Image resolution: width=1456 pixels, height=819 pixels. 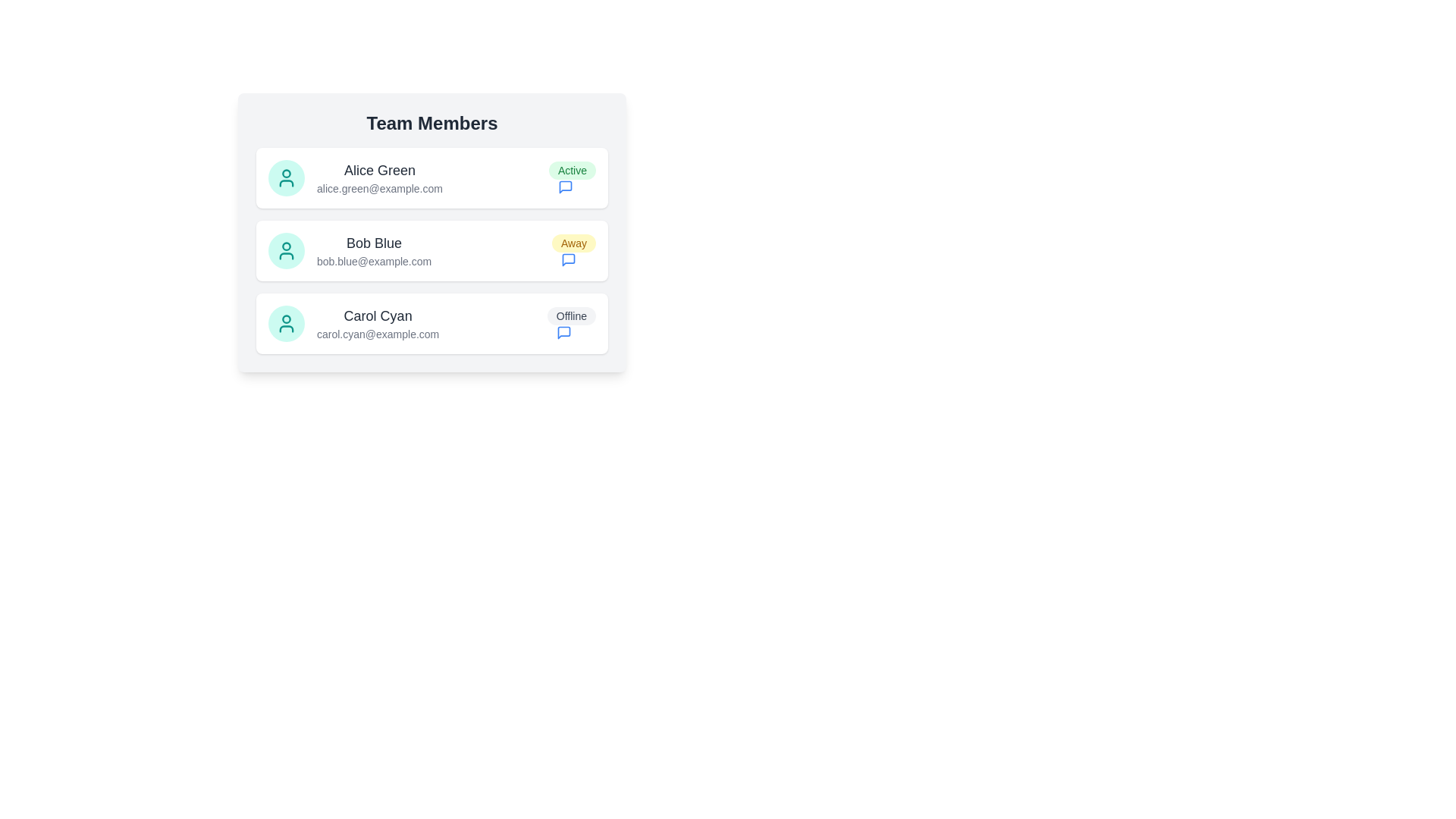 What do you see at coordinates (378, 315) in the screenshot?
I see `the text label displaying the name of the team member in the third row of the team member list` at bounding box center [378, 315].